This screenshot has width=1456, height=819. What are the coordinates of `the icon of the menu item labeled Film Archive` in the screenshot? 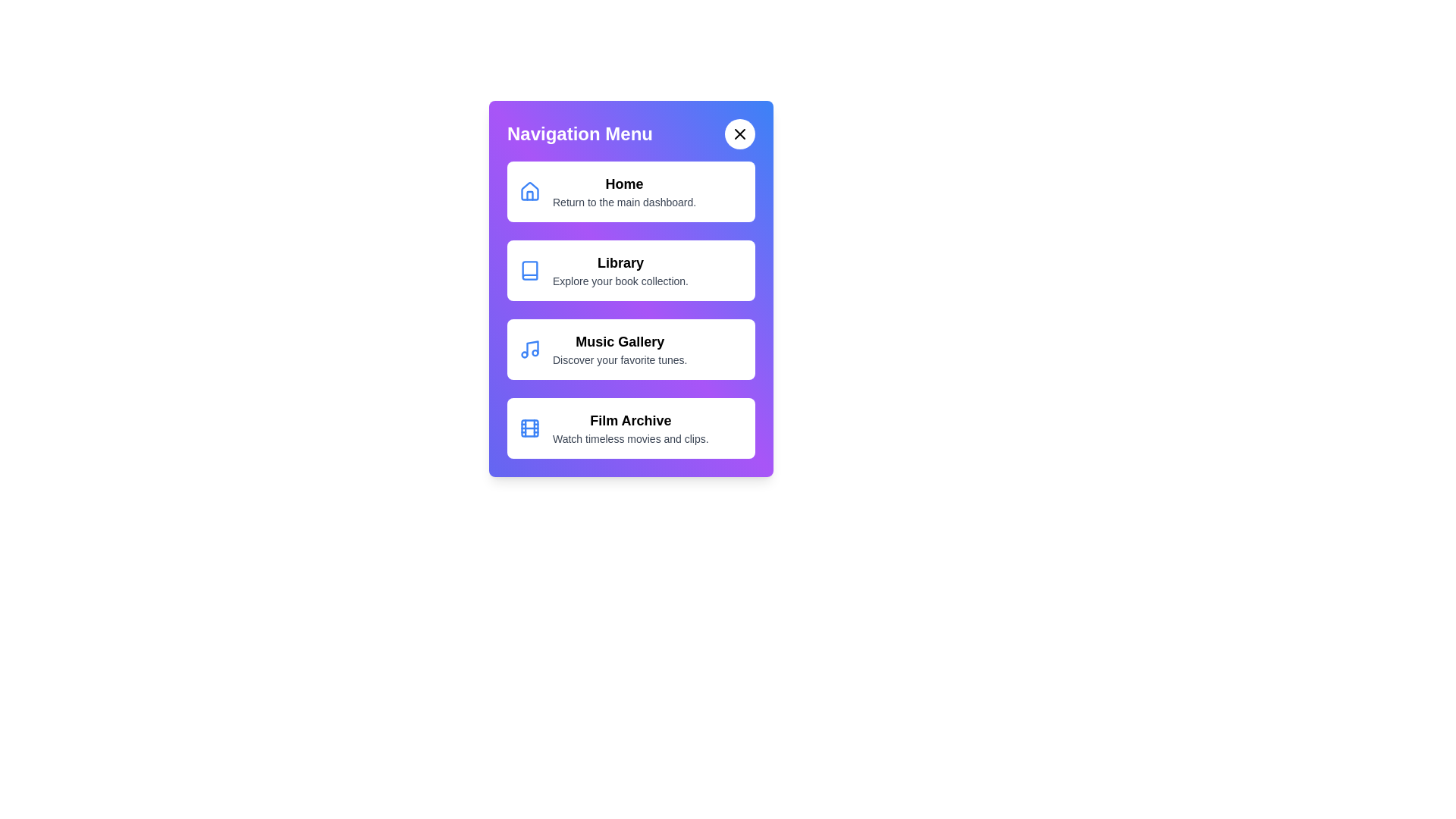 It's located at (530, 428).